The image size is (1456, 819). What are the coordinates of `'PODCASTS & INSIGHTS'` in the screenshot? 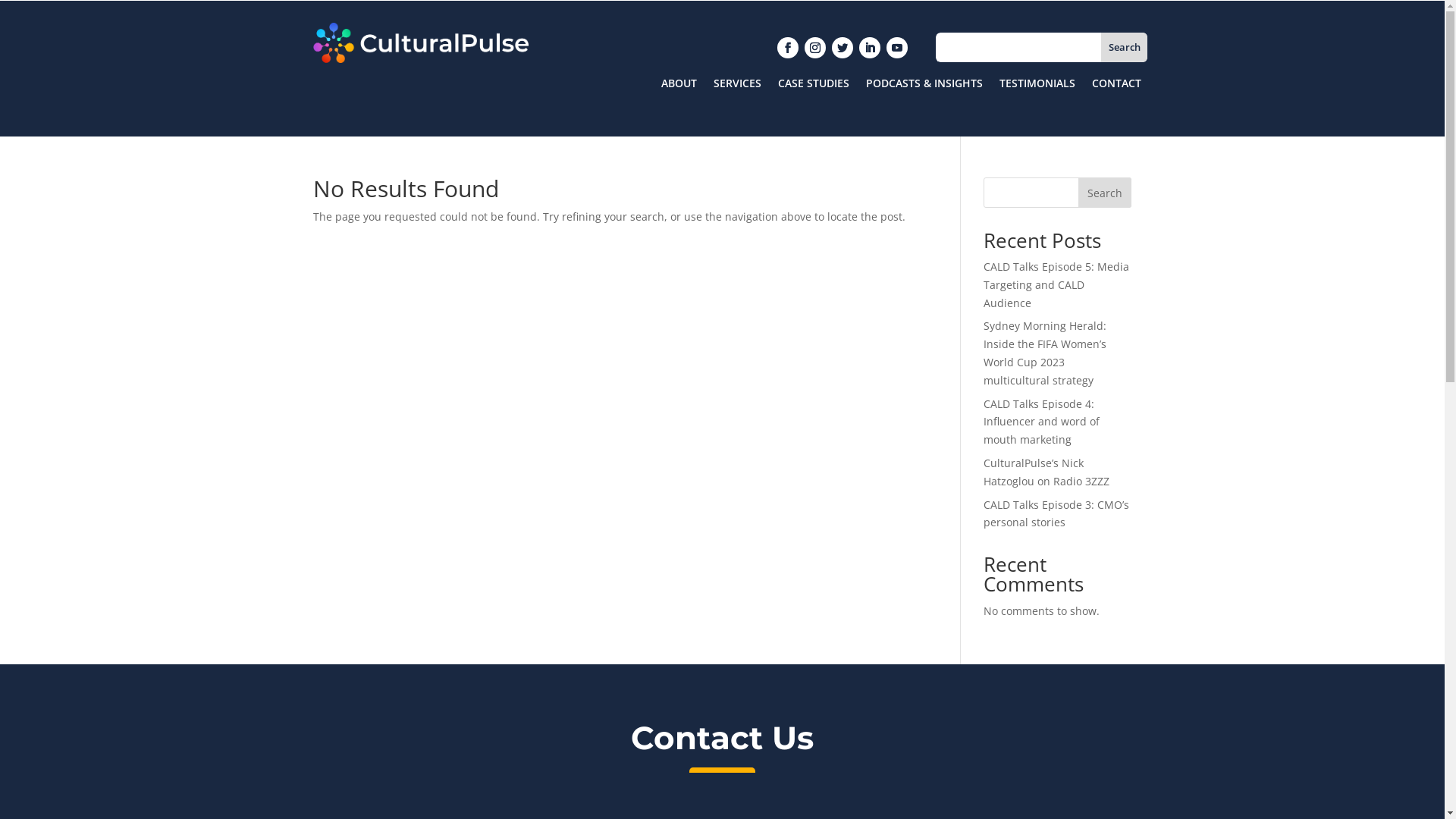 It's located at (924, 86).